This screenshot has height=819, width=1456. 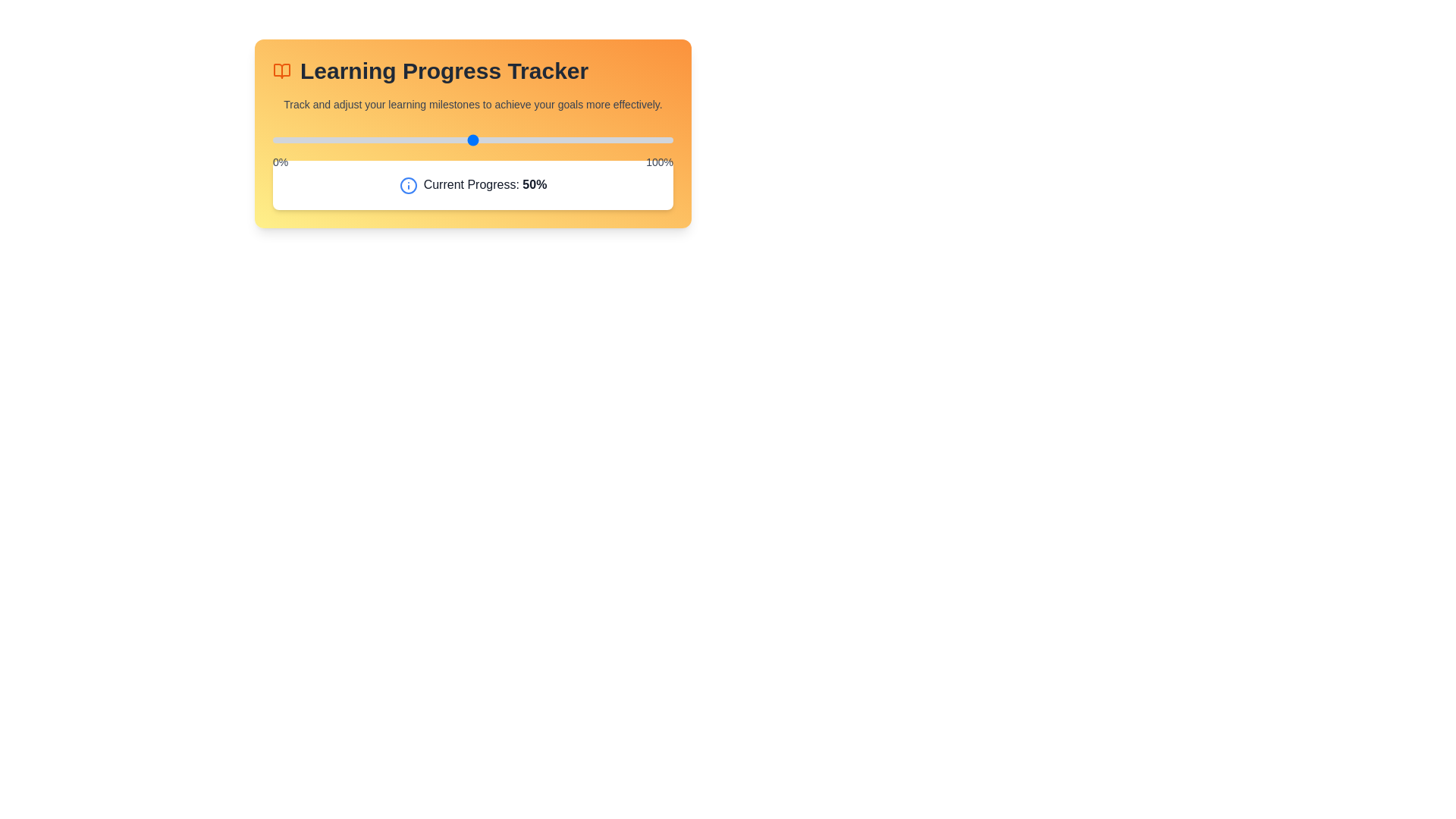 What do you see at coordinates (472, 71) in the screenshot?
I see `the 'Learning Progress Tracker' title` at bounding box center [472, 71].